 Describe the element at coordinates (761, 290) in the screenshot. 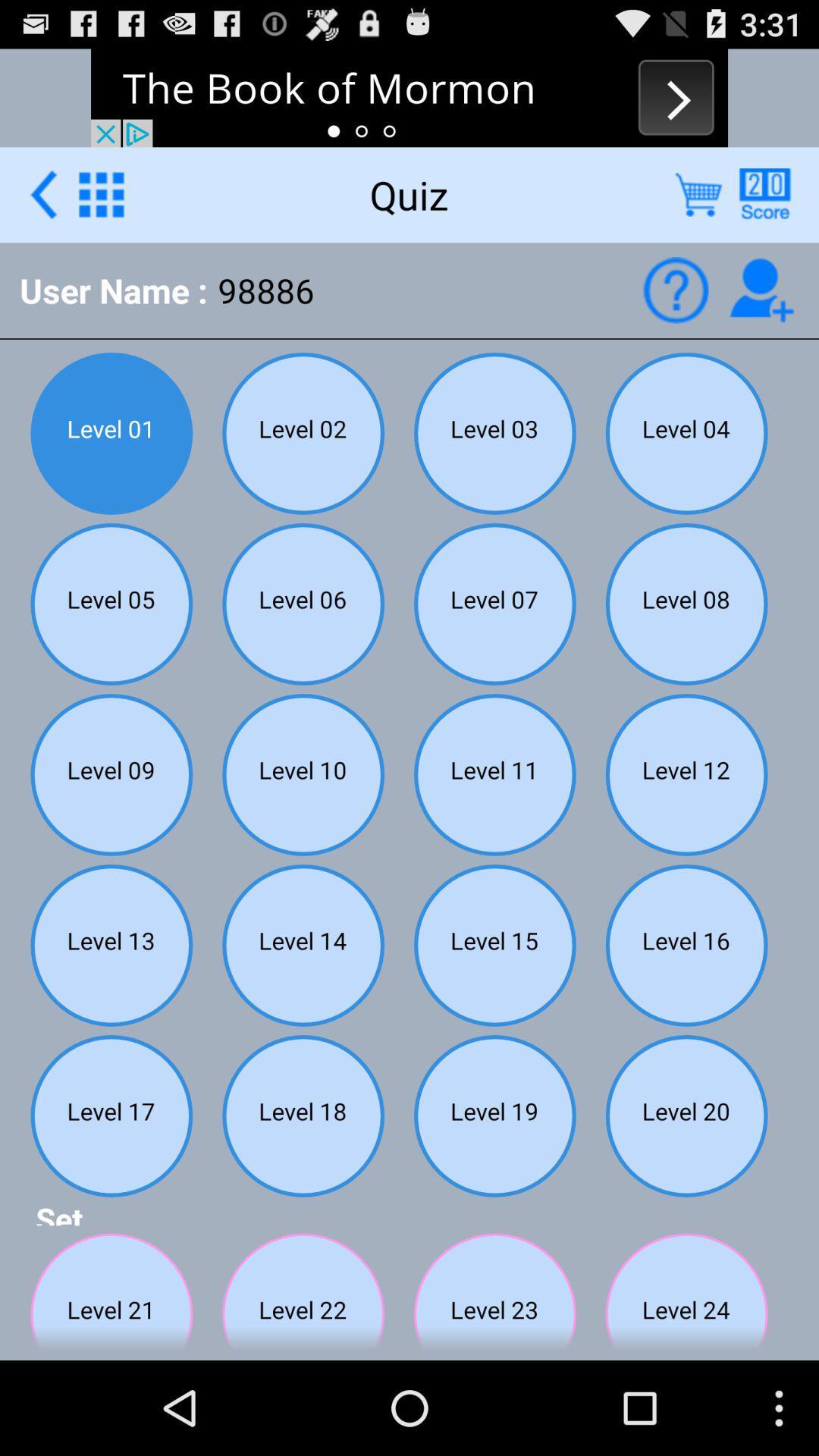

I see `con task` at that location.